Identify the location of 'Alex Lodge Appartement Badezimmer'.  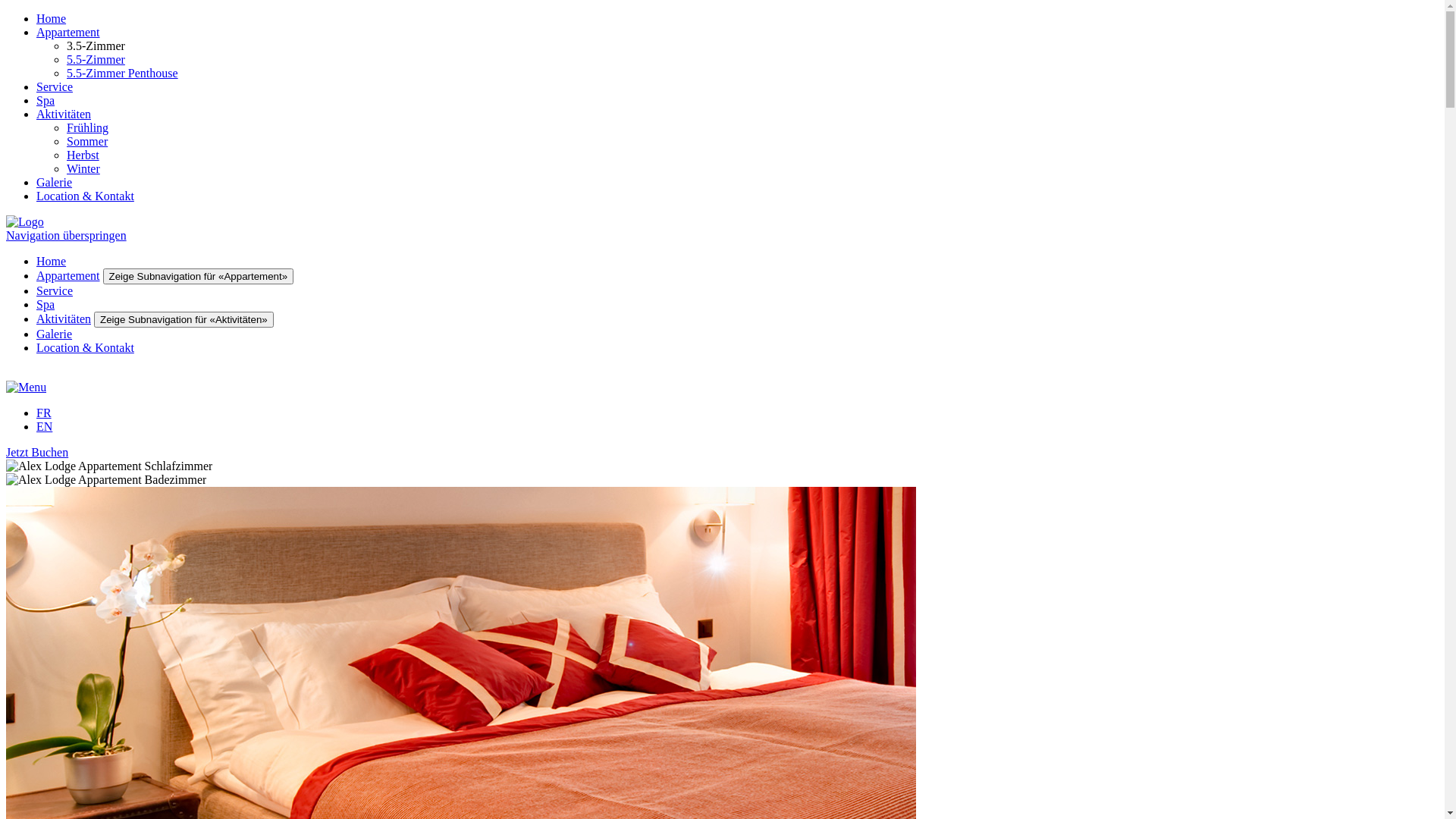
(6, 479).